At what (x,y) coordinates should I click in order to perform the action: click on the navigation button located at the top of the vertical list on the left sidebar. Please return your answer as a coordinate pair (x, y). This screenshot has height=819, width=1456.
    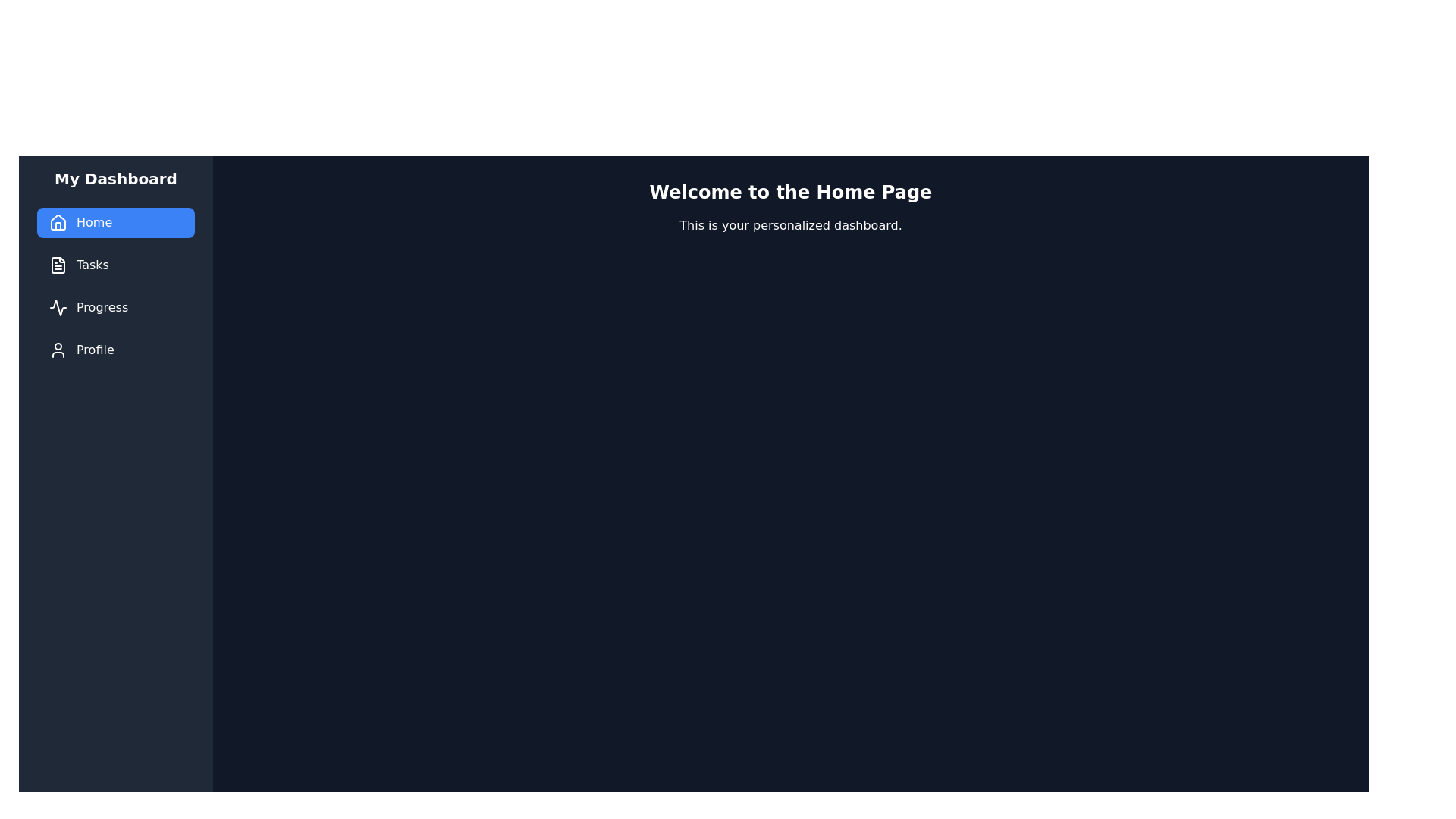
    Looking at the image, I should click on (115, 222).